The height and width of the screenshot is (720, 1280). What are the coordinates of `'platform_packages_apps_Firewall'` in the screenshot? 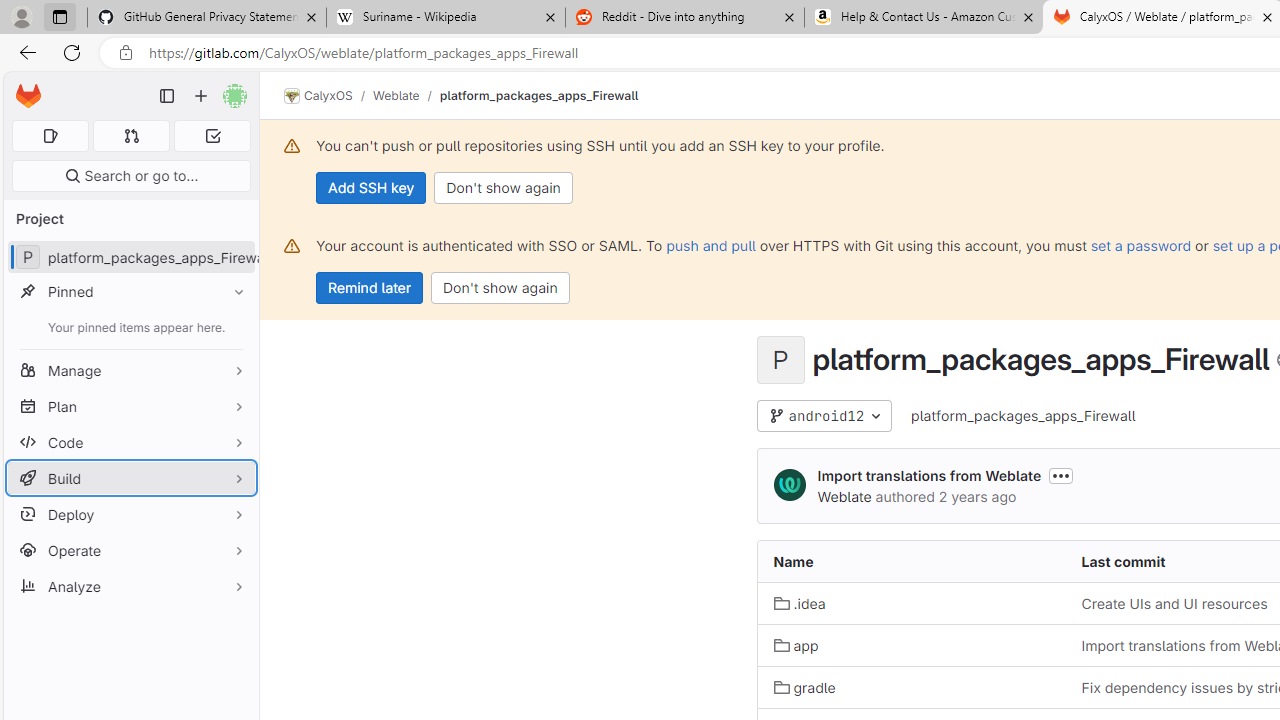 It's located at (1024, 415).